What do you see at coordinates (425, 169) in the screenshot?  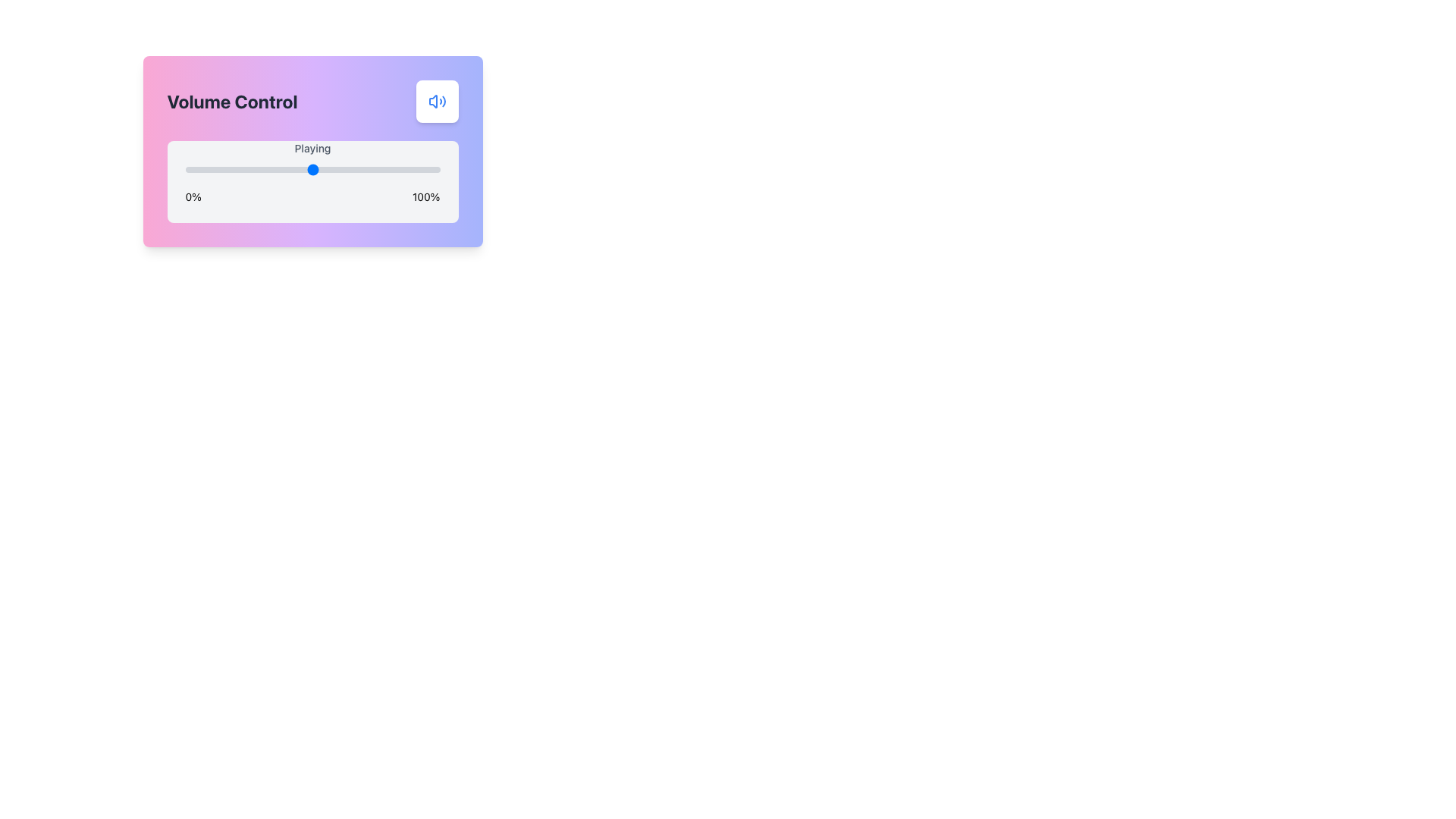 I see `the playback position` at bounding box center [425, 169].